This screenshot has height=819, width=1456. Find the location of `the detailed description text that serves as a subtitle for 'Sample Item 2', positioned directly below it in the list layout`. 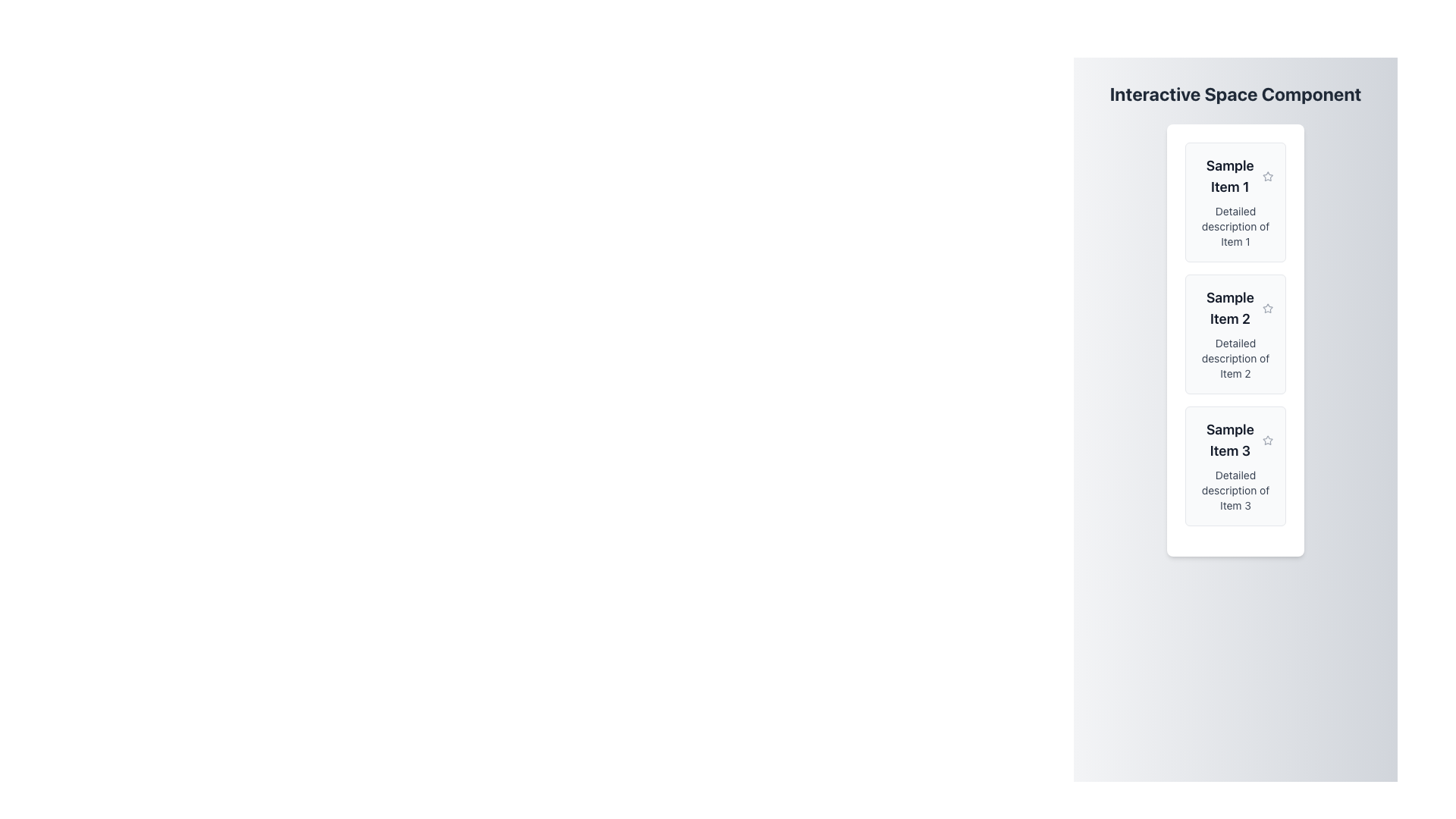

the detailed description text that serves as a subtitle for 'Sample Item 2', positioned directly below it in the list layout is located at coordinates (1235, 359).